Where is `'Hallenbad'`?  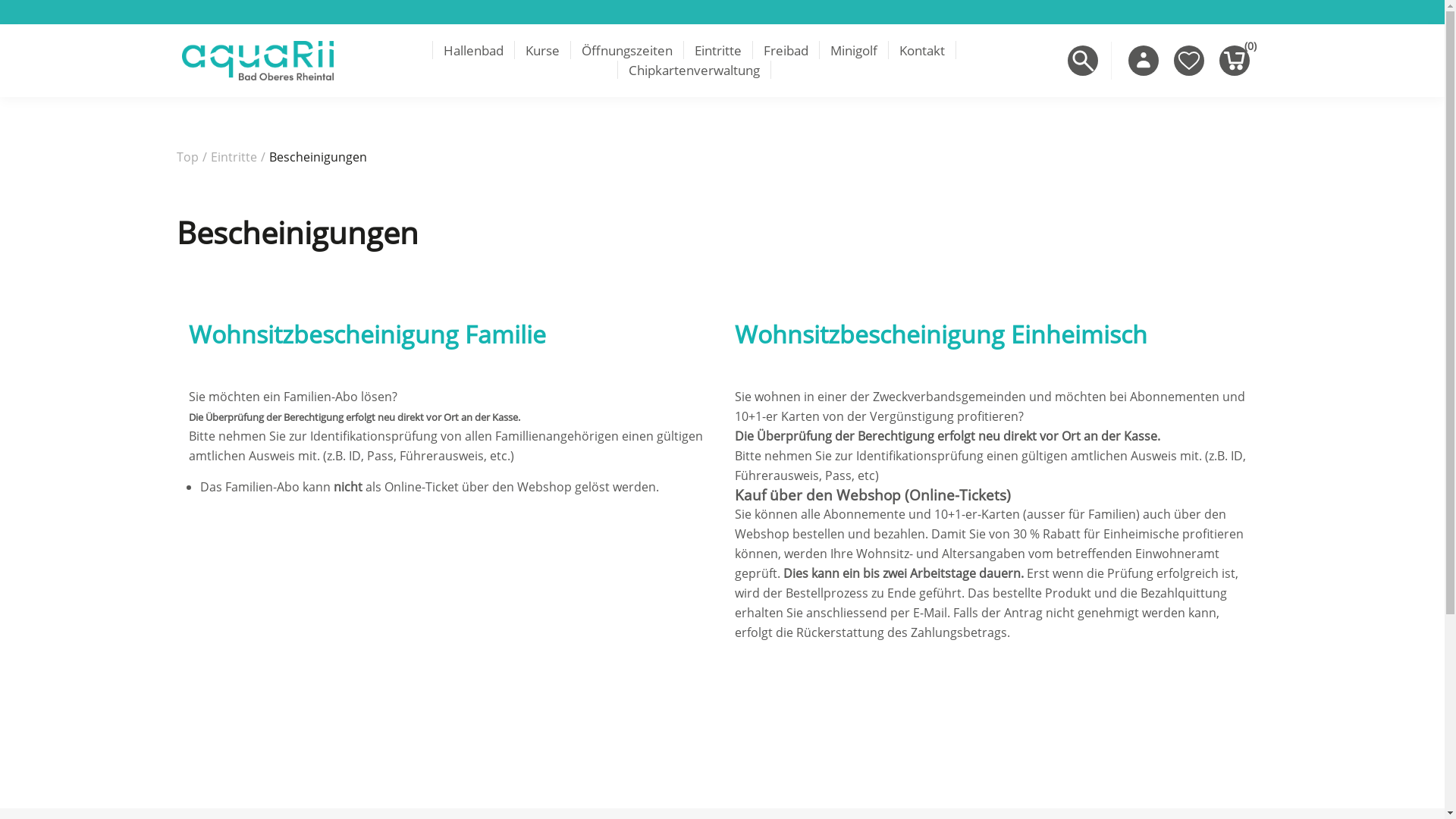
'Hallenbad' is located at coordinates (472, 49).